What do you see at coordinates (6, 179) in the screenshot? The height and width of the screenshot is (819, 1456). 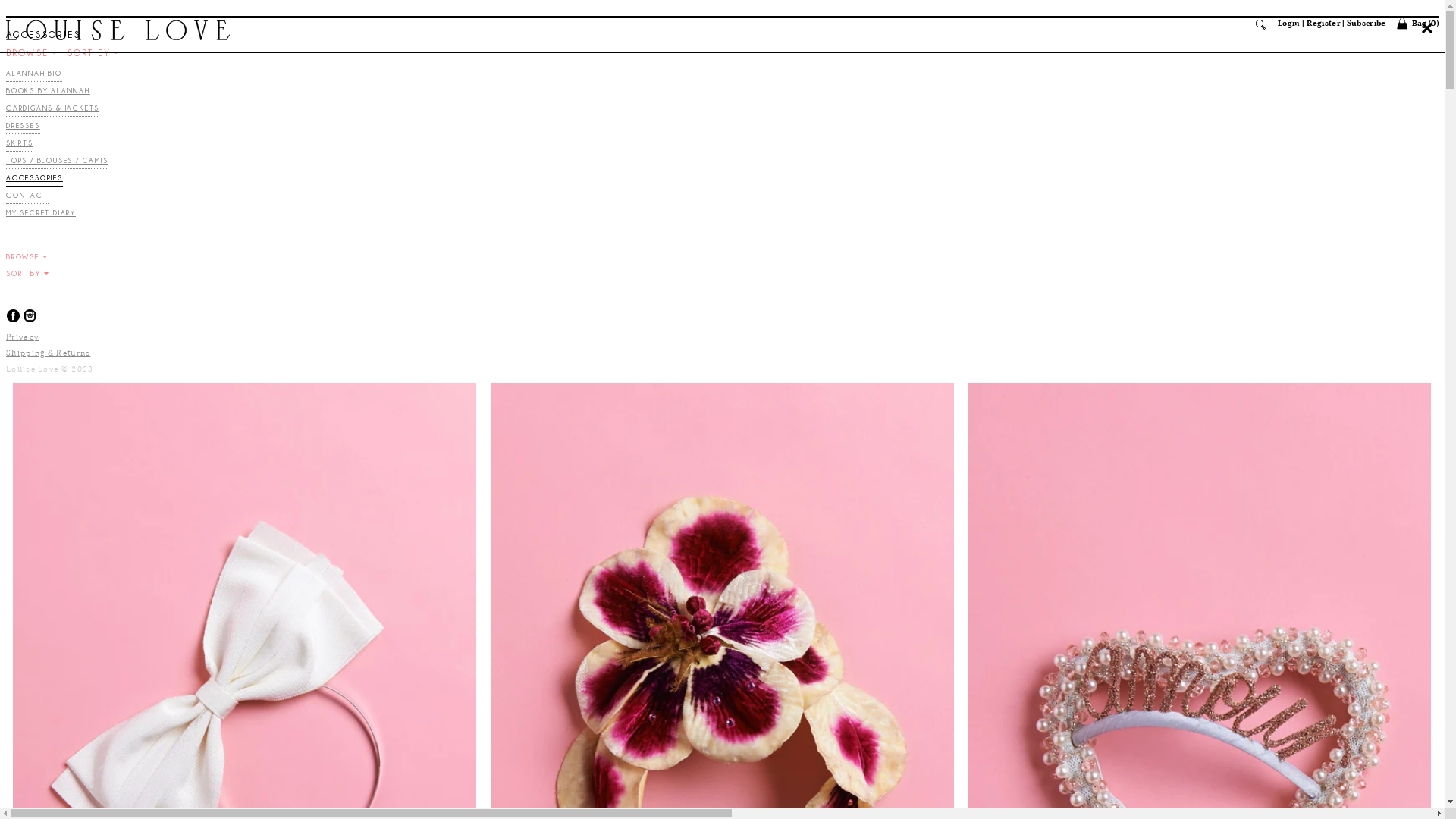 I see `'ACCESSORIES'` at bounding box center [6, 179].